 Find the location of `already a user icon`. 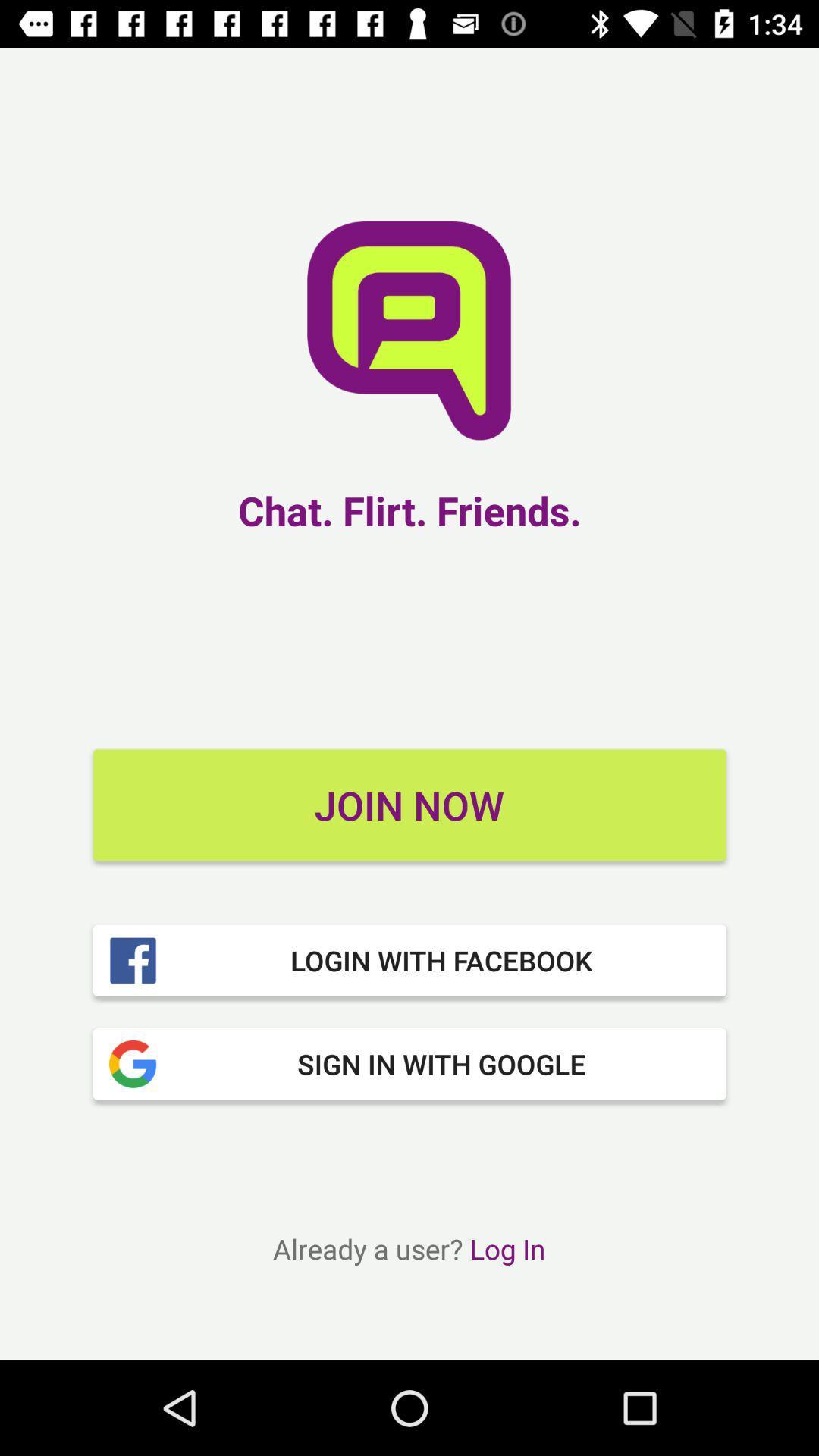

already a user icon is located at coordinates (408, 1248).